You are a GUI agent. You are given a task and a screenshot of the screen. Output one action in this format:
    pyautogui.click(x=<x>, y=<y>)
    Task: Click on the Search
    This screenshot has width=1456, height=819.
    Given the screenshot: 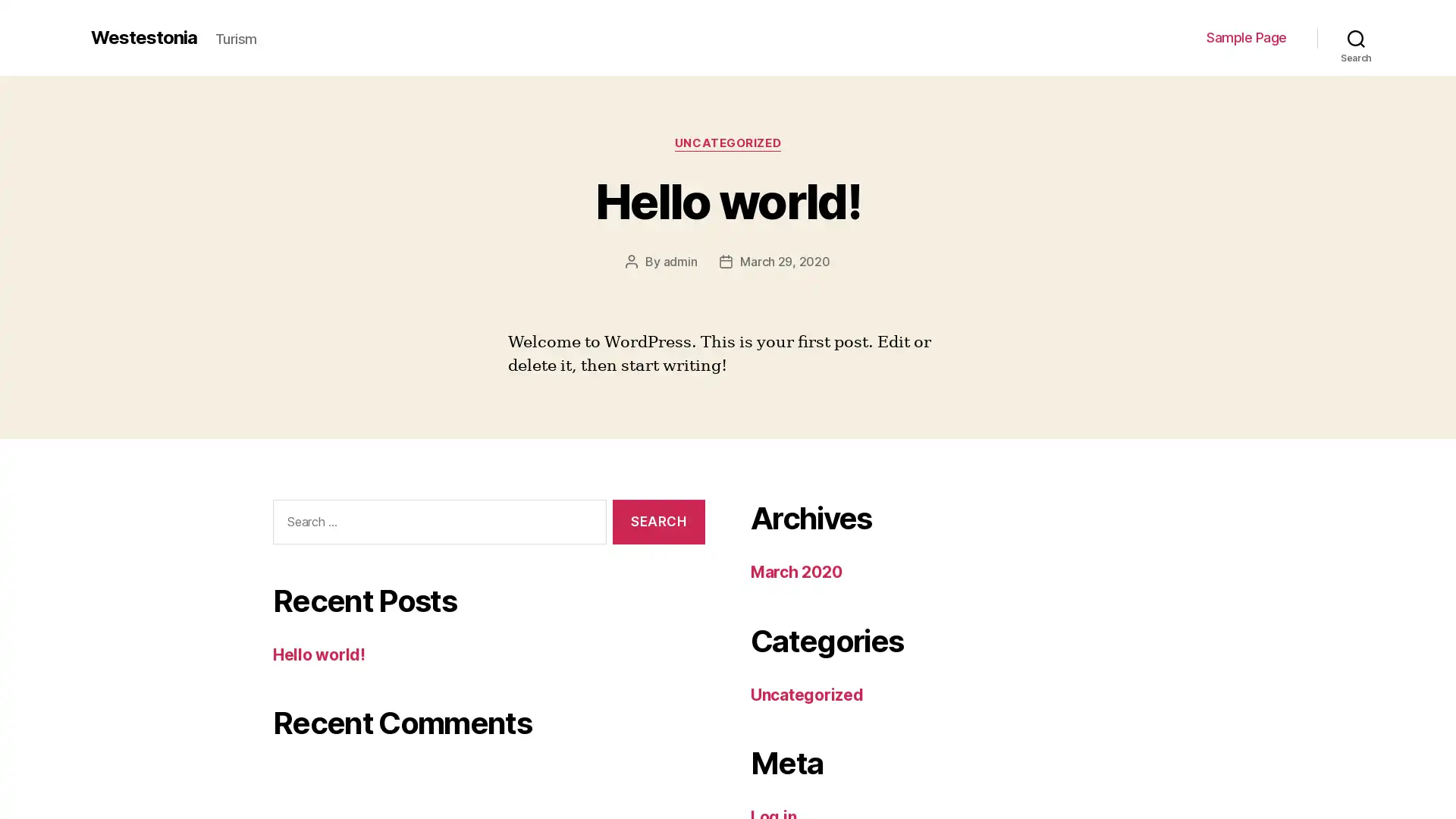 What is the action you would take?
    pyautogui.click(x=658, y=520)
    